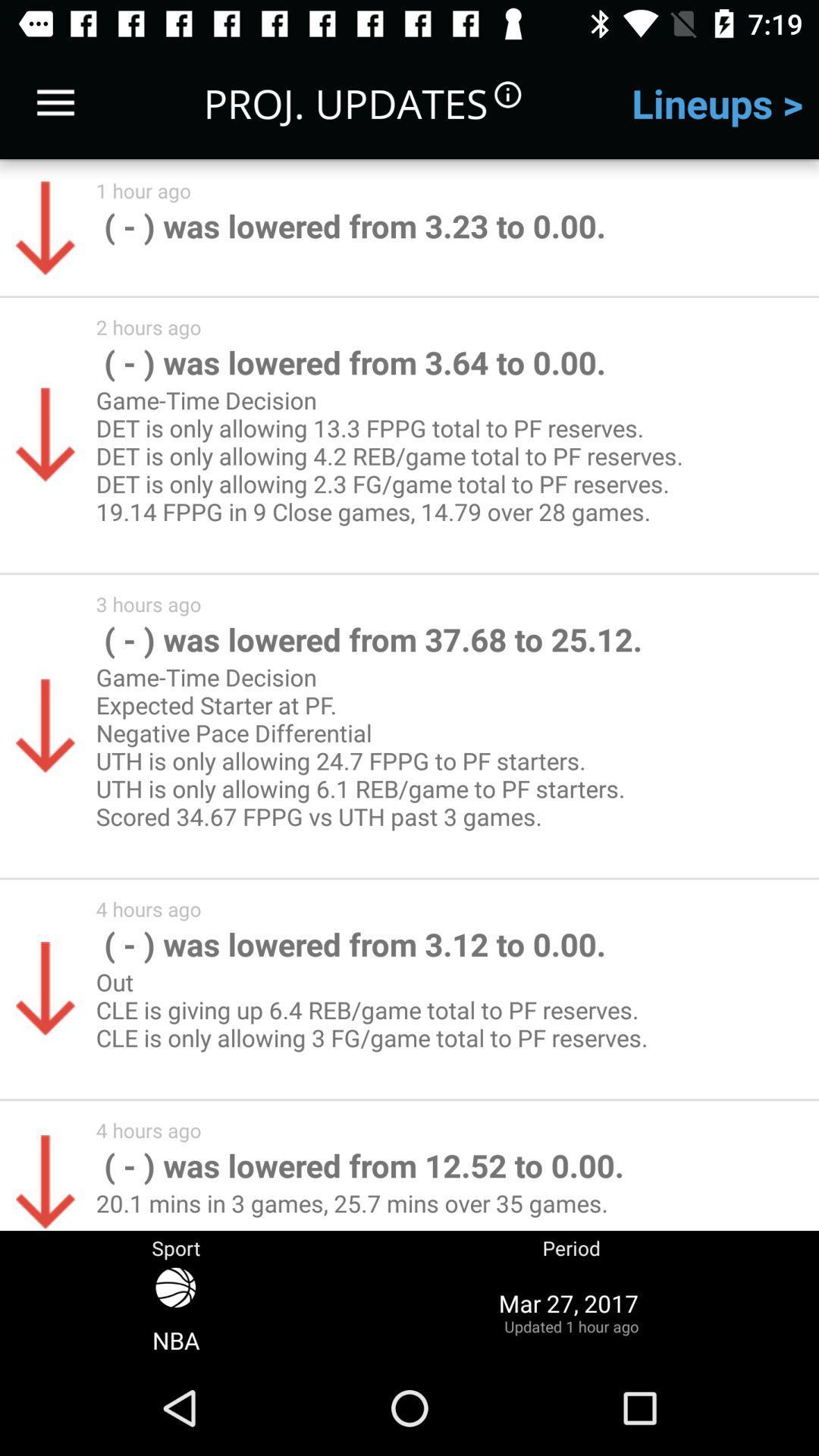 Image resolution: width=819 pixels, height=1456 pixels. Describe the element at coordinates (571, 1311) in the screenshot. I see `icon next to the sport item` at that location.